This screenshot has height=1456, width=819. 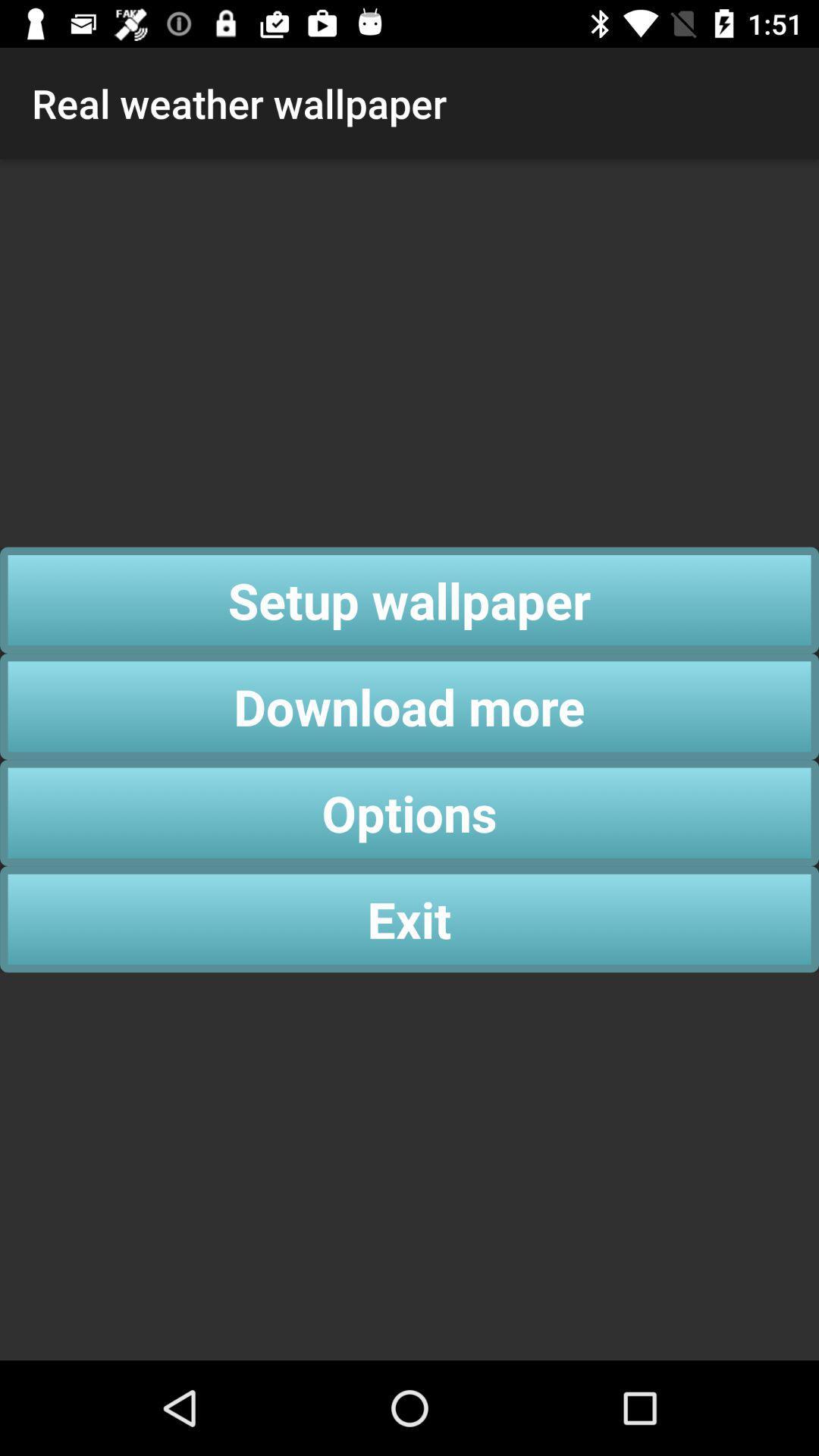 What do you see at coordinates (409, 812) in the screenshot?
I see `the options` at bounding box center [409, 812].